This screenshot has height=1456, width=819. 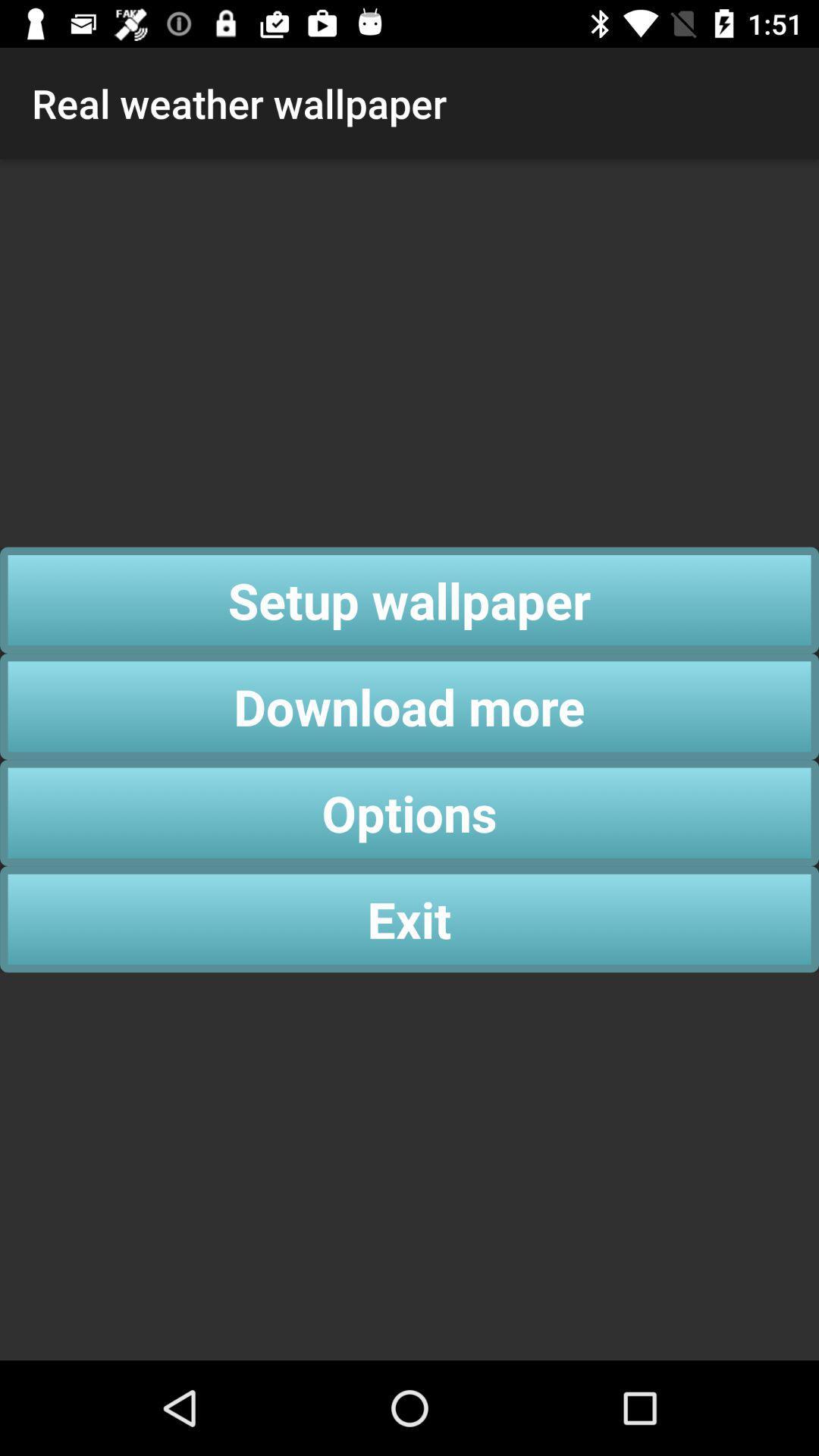 What do you see at coordinates (409, 812) in the screenshot?
I see `the options` at bounding box center [409, 812].